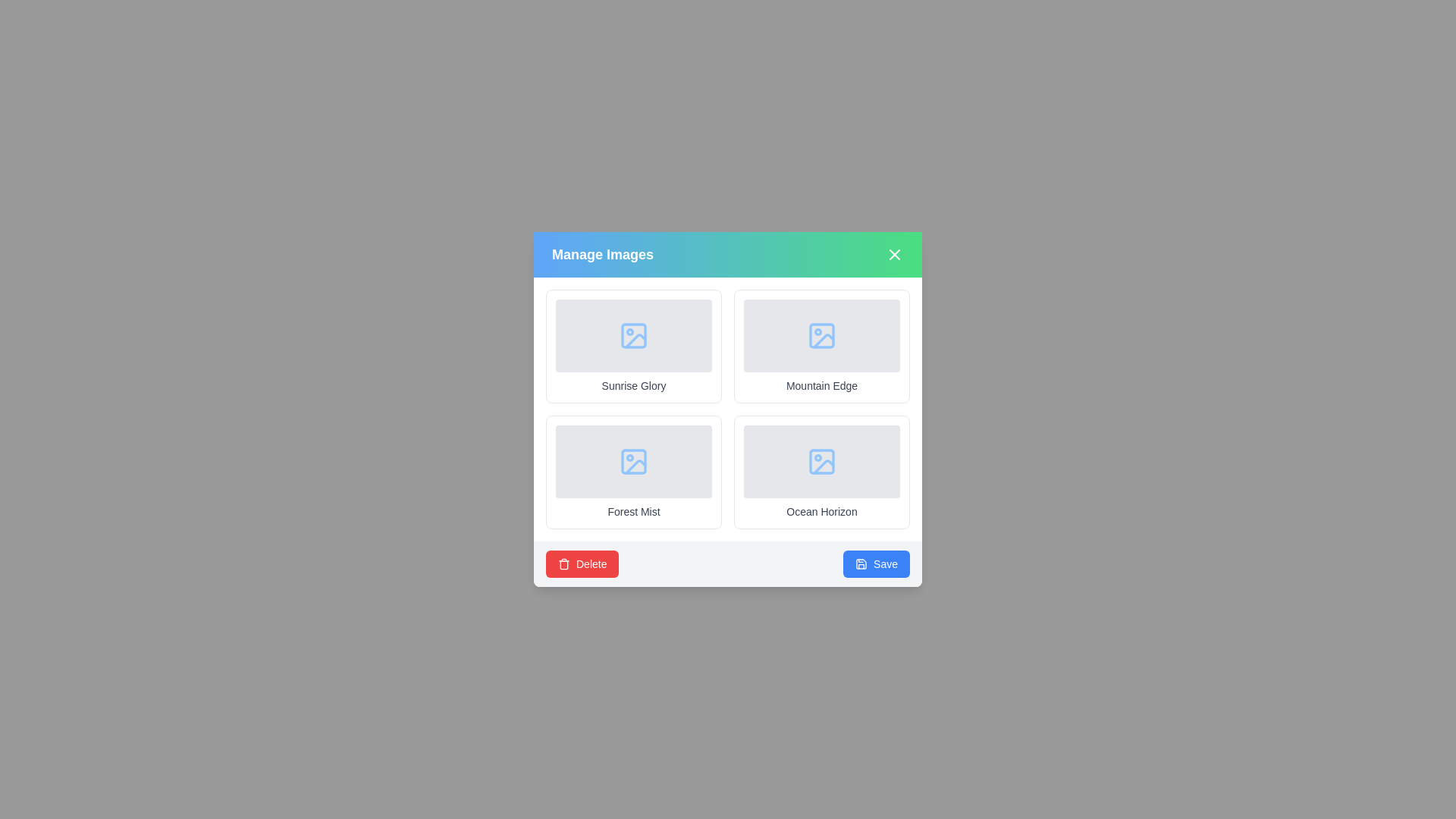  Describe the element at coordinates (633, 335) in the screenshot. I see `the icon labeled 'Sunrise Glory' located at the top-left of the grid in the 'Manage Images' modal` at that location.